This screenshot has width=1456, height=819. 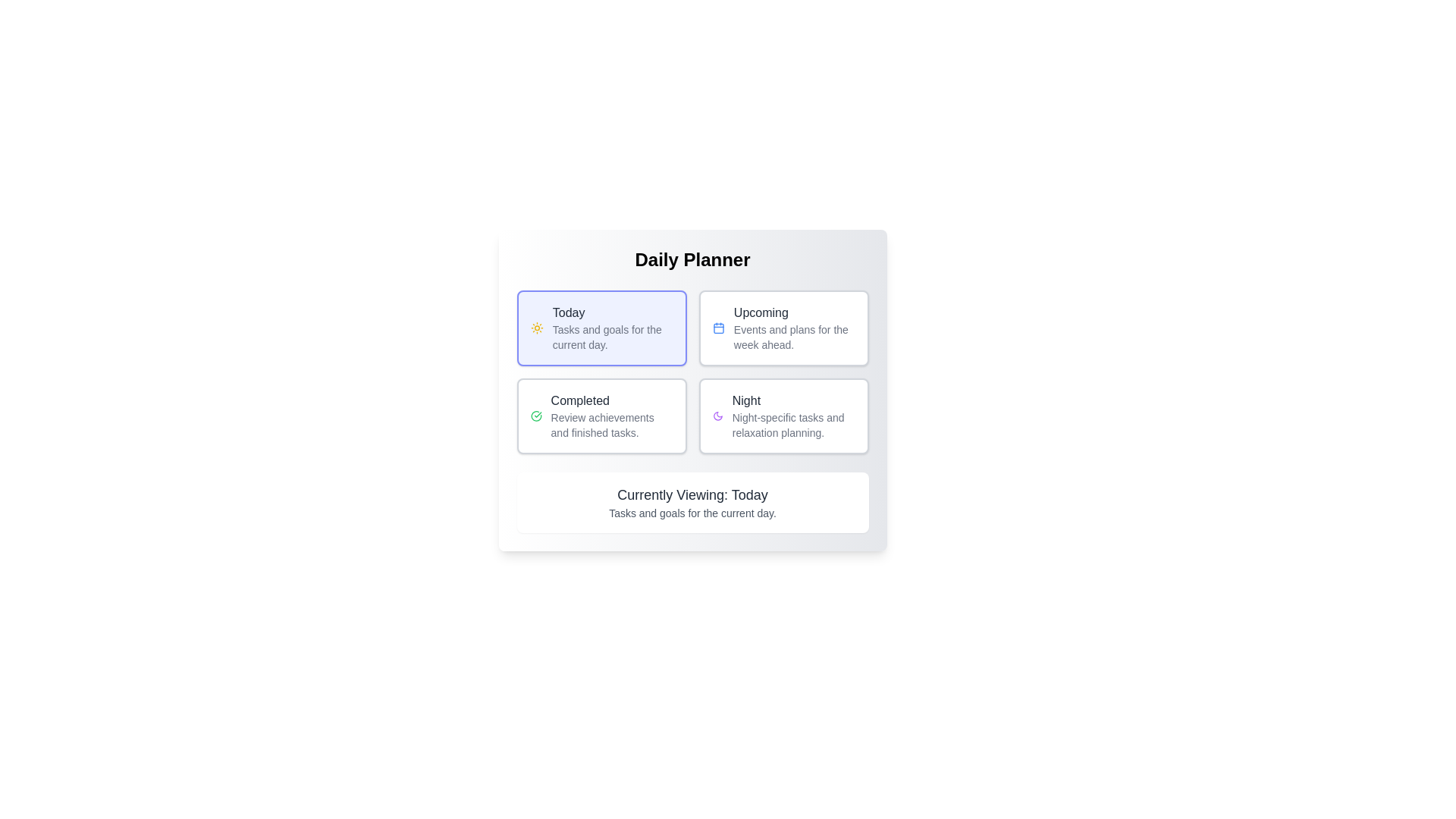 I want to click on the sun icon representing the 'Today' card, located in the top-left quadrant of the grid layout, so click(x=537, y=327).